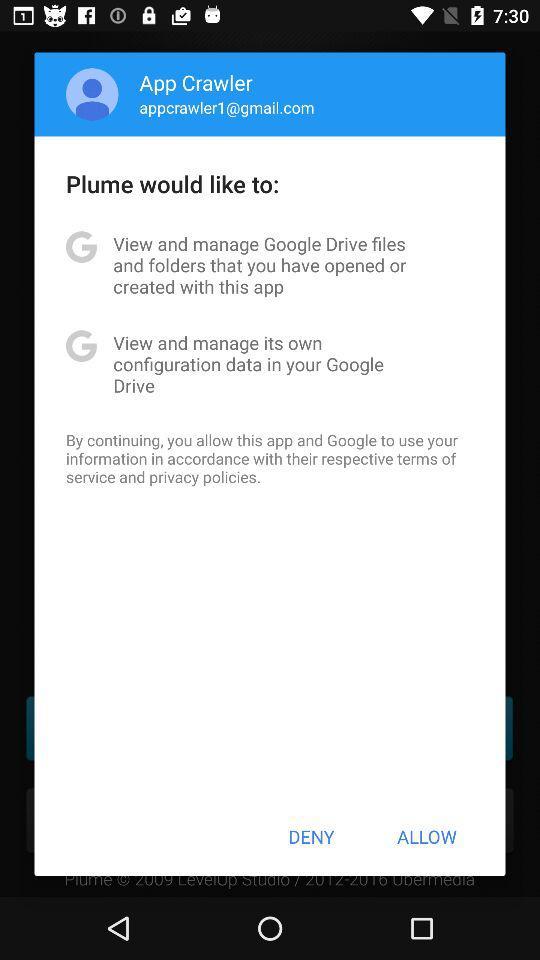  I want to click on item to the left of the allow item, so click(311, 836).